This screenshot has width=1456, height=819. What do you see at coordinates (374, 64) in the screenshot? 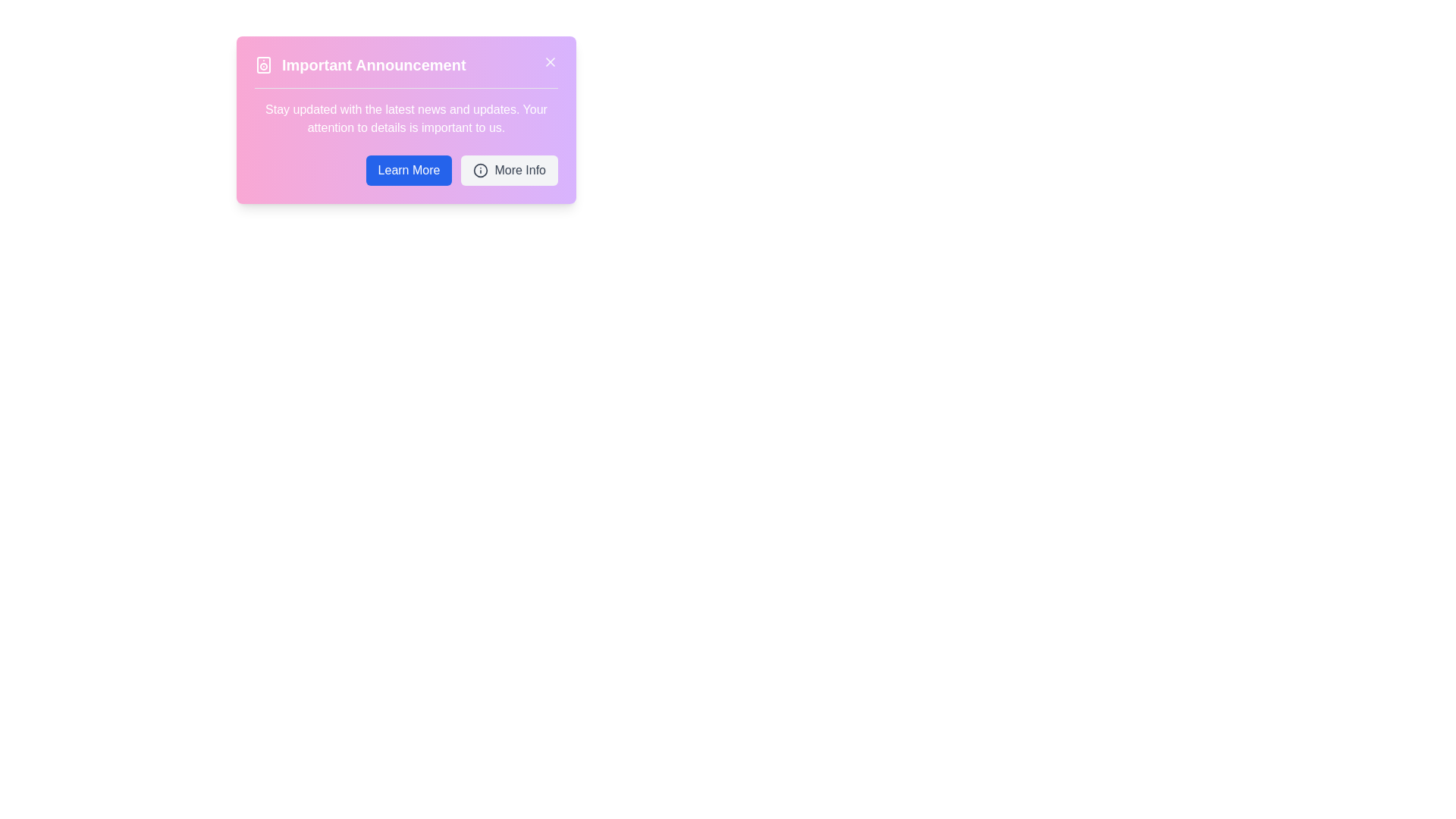
I see `the text component displaying 'Important Announcement'` at bounding box center [374, 64].